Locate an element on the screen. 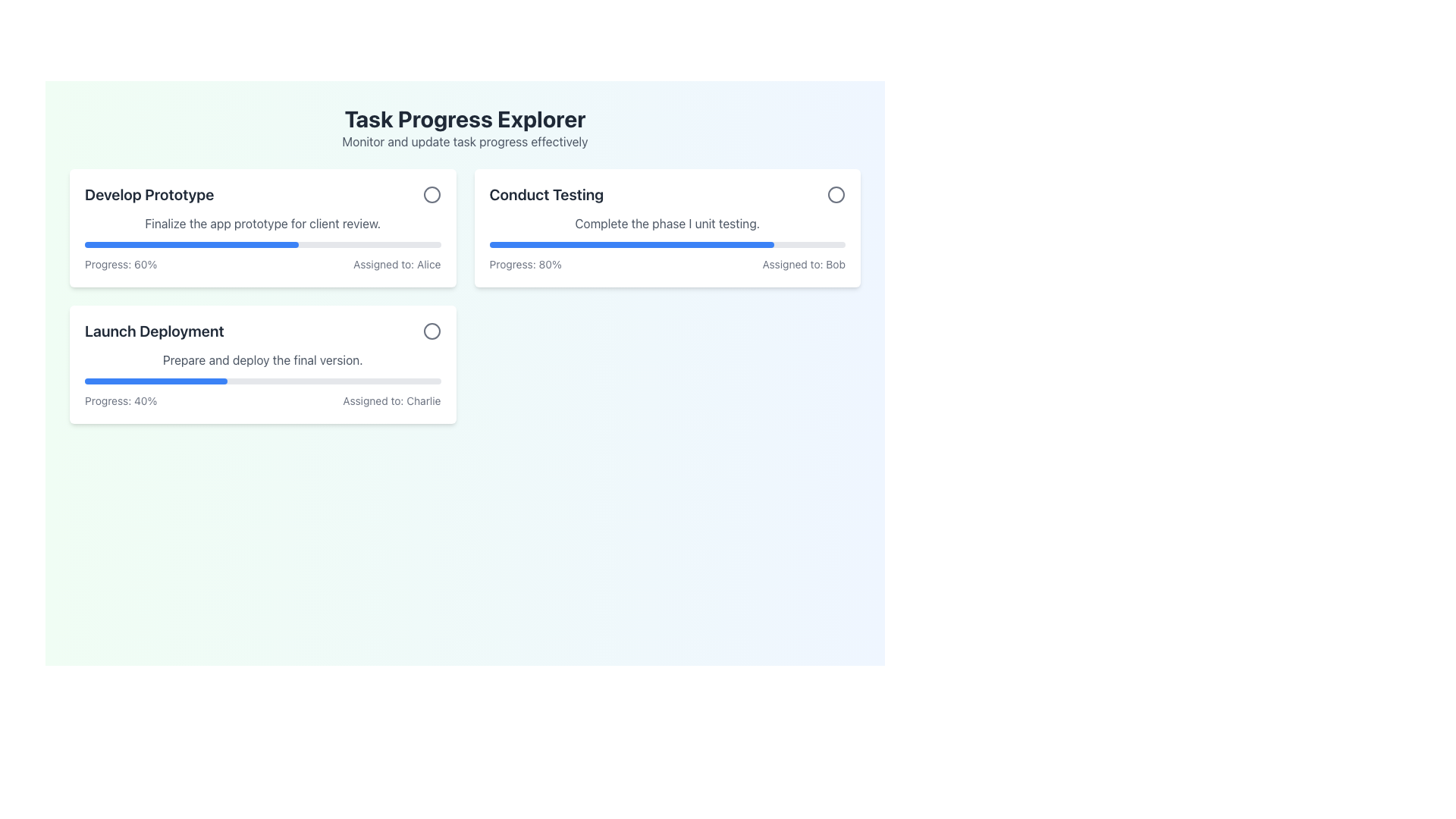 The height and width of the screenshot is (819, 1456). the progress bar indicating 40% completion in the 'Launch Deployment' section, located below the section title and description, and above the progress text is located at coordinates (262, 380).